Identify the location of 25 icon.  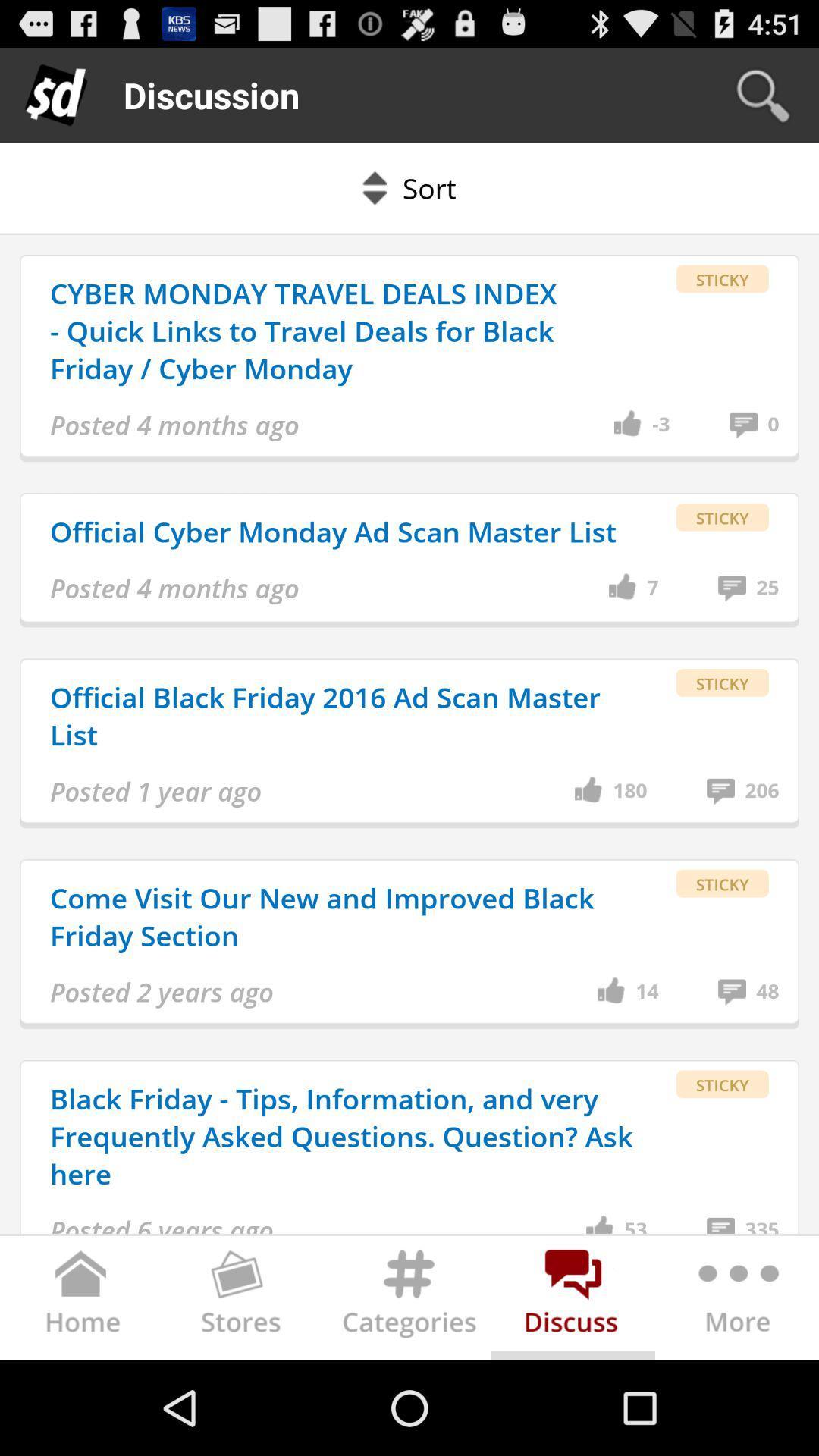
(767, 587).